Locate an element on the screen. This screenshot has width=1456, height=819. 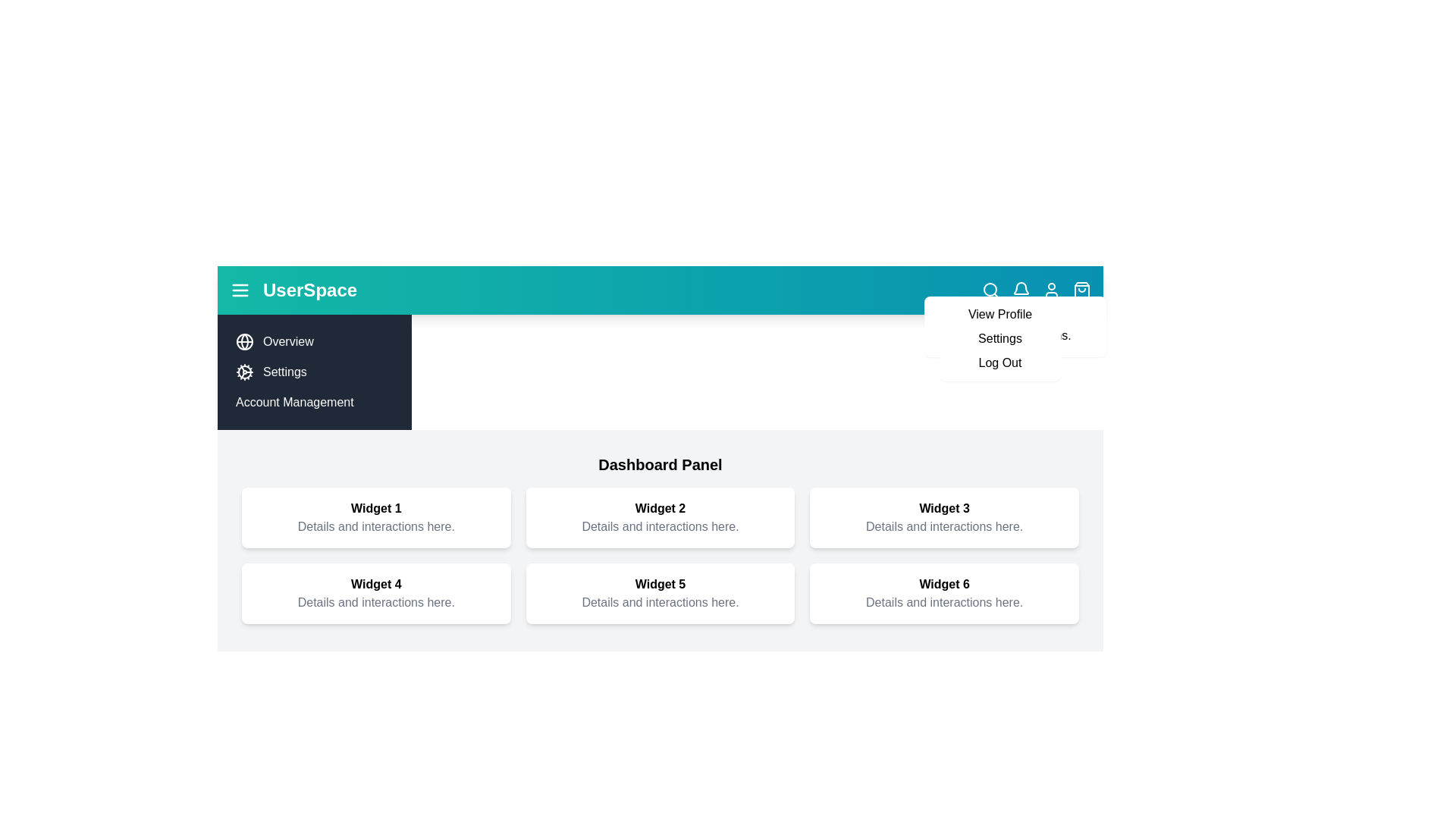
the static text label displaying 'Widget 2', which is styled with a bold font and is centered within a white, rounded rectangular box is located at coordinates (660, 509).